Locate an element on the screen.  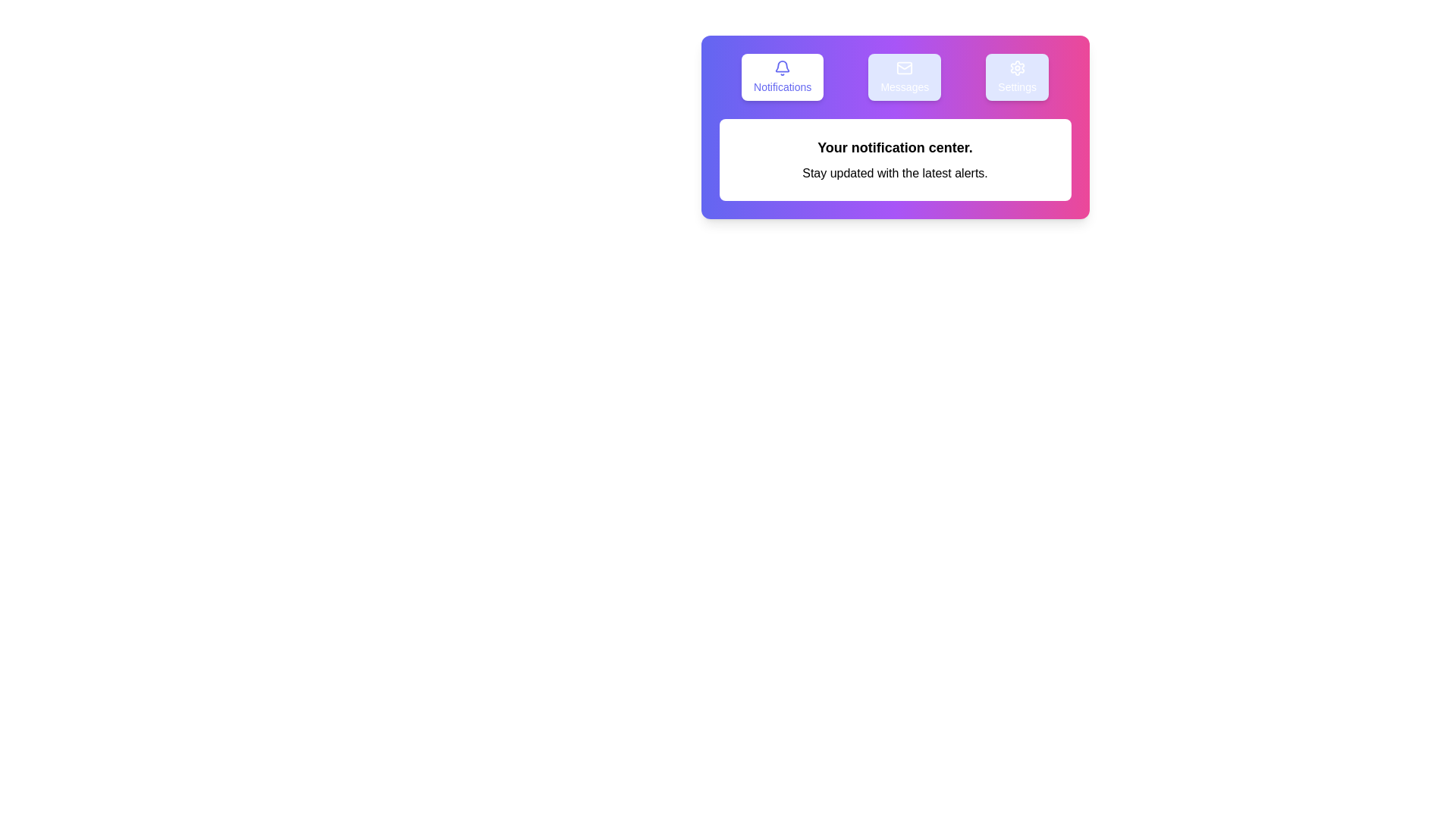
the bell-shaped icon for notifications located at the top-left of the card interface is located at coordinates (783, 67).